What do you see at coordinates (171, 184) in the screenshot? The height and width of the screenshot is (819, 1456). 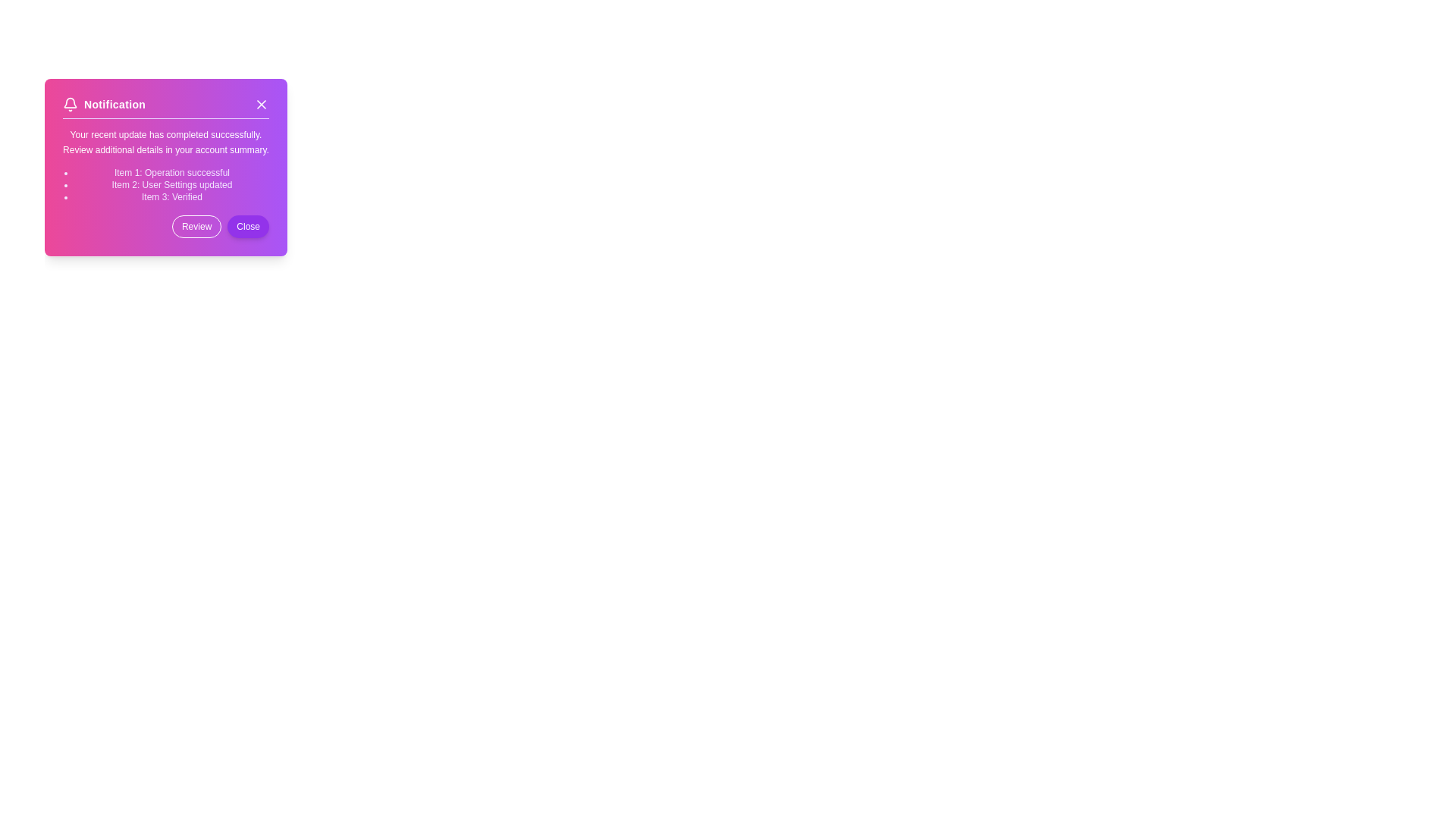 I see `text element that provides a log message indicating user settings have been updated, located in the notification panel between 'Item 1: Operation successful' and 'Item 3: Verified'` at bounding box center [171, 184].